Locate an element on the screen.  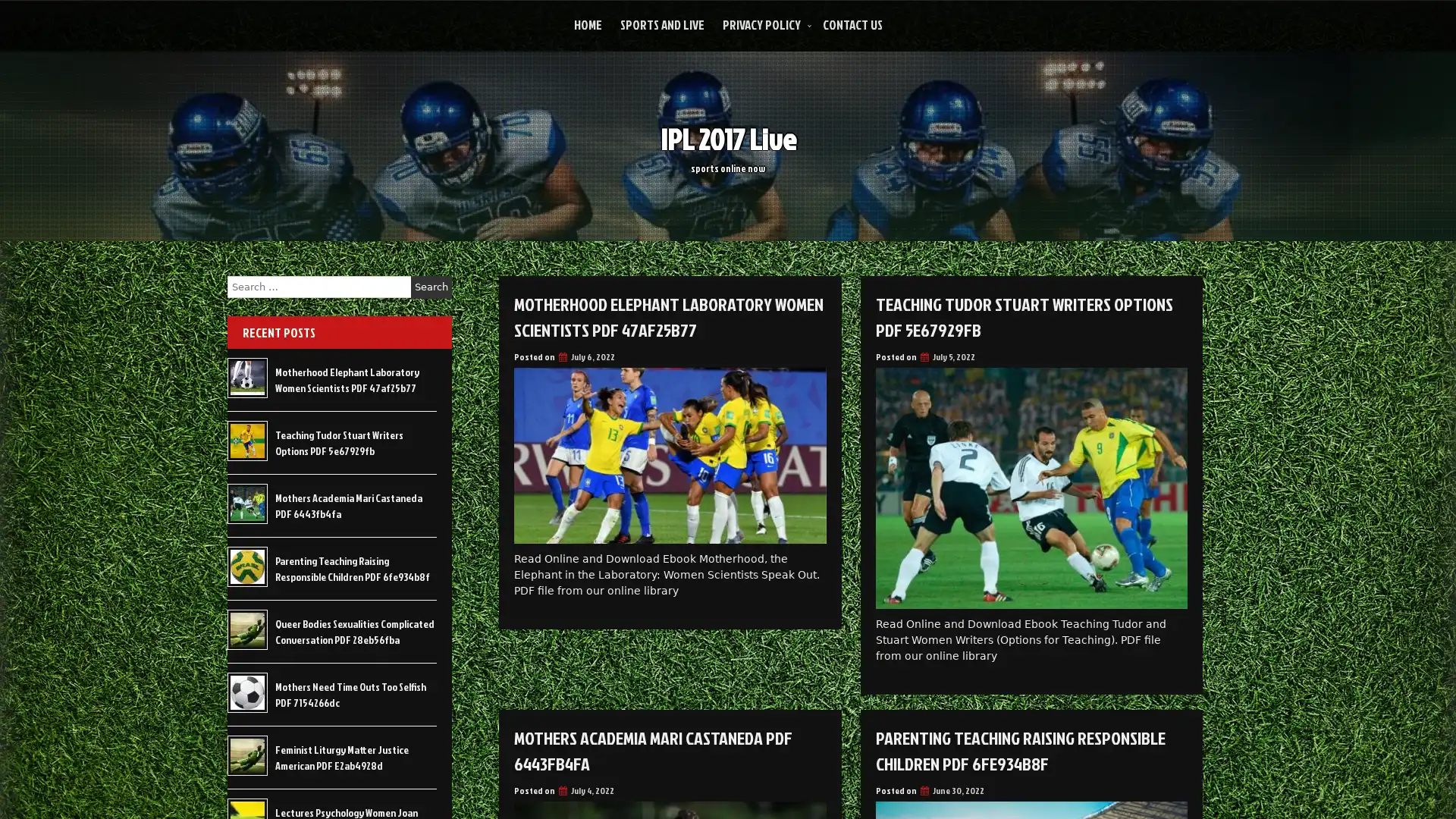
Search is located at coordinates (431, 287).